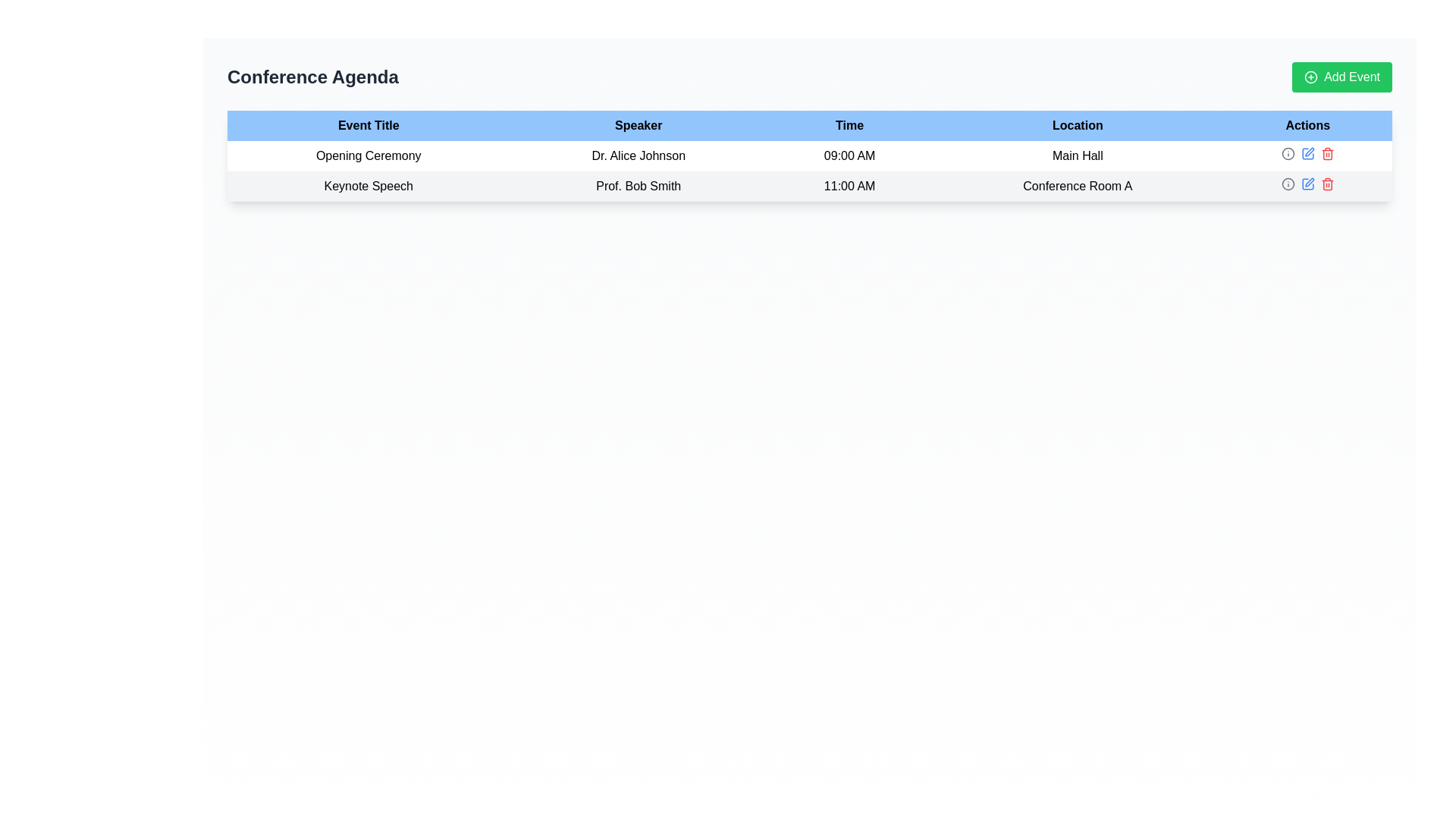 The width and height of the screenshot is (1456, 819). Describe the element at coordinates (1309, 181) in the screenshot. I see `the icon button located in the 'Actions' column of the second row for the 'Keynote Speech' event` at that location.